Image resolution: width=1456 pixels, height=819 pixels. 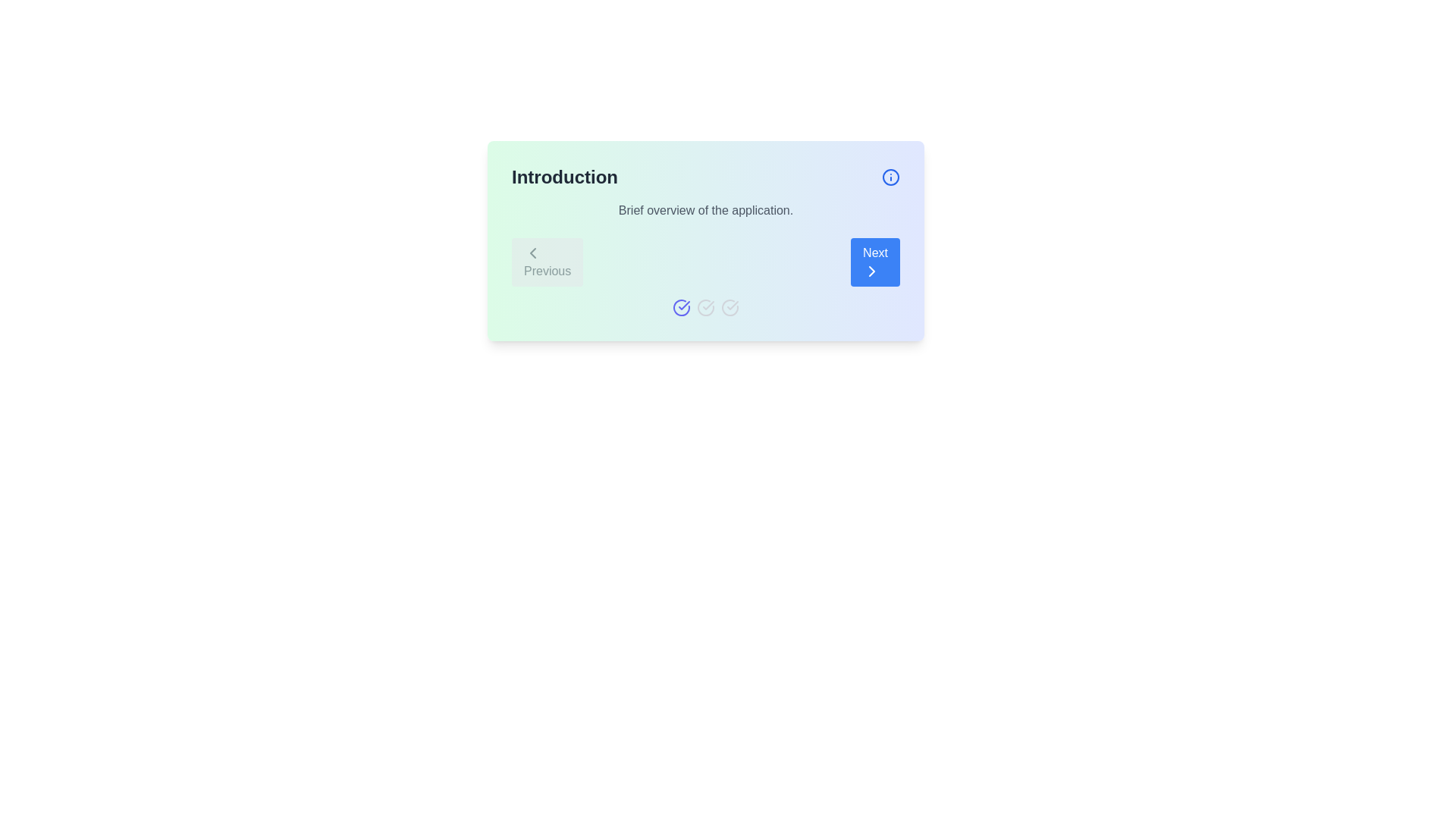 What do you see at coordinates (546, 262) in the screenshot?
I see `the 'Previous' button, which is the first button in the navigation control segment, featuring a left-pointing arrow and dark-gray text on a light-gray background` at bounding box center [546, 262].